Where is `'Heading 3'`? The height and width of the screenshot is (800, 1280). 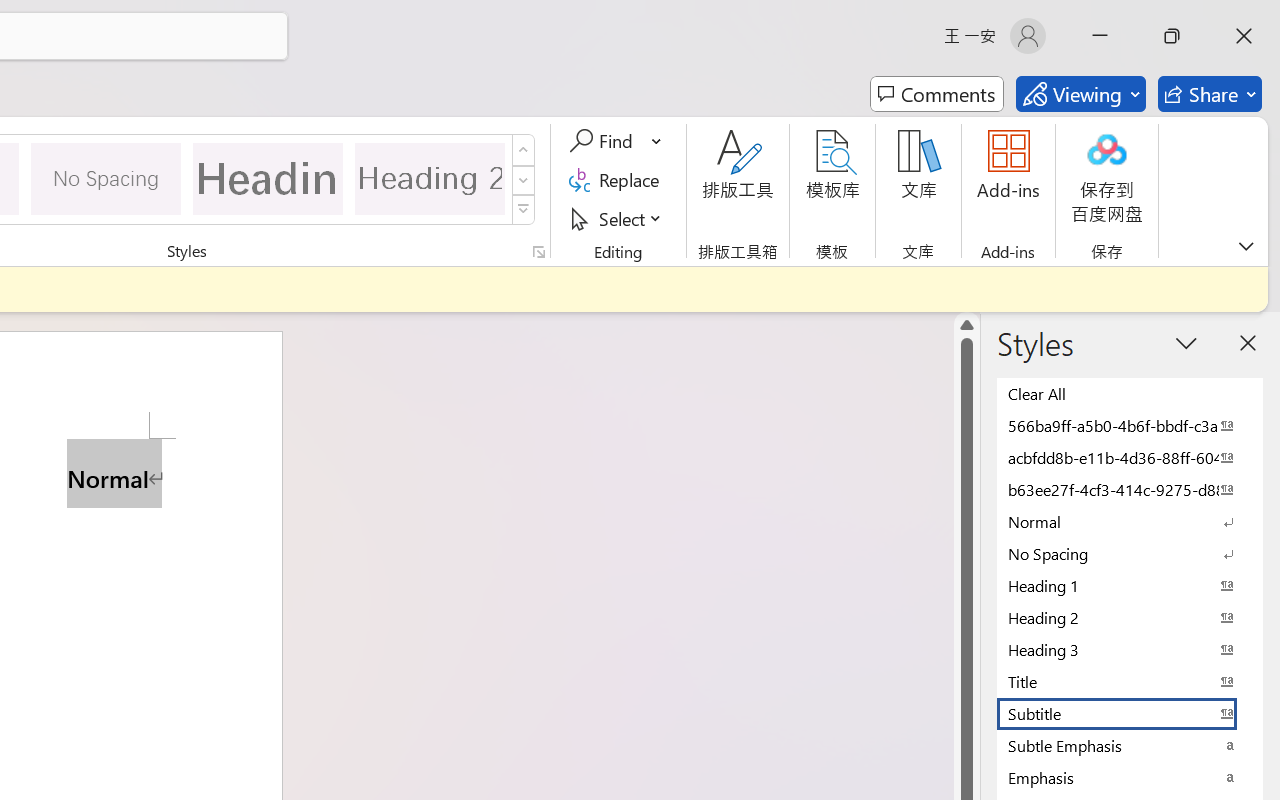 'Heading 3' is located at coordinates (1130, 648).